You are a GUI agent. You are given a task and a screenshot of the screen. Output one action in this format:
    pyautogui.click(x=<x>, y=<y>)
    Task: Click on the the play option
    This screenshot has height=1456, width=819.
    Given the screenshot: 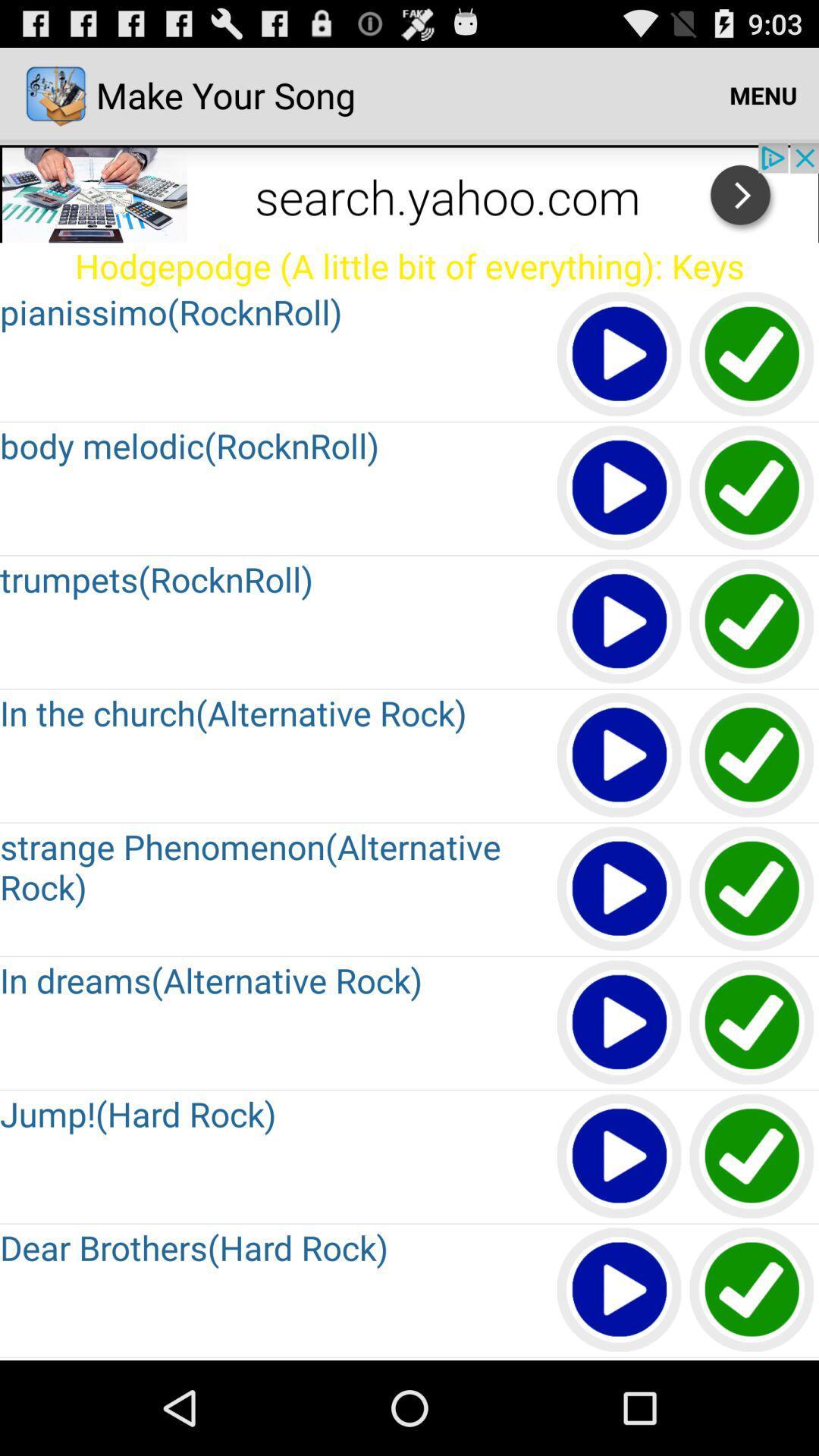 What is the action you would take?
    pyautogui.click(x=620, y=354)
    